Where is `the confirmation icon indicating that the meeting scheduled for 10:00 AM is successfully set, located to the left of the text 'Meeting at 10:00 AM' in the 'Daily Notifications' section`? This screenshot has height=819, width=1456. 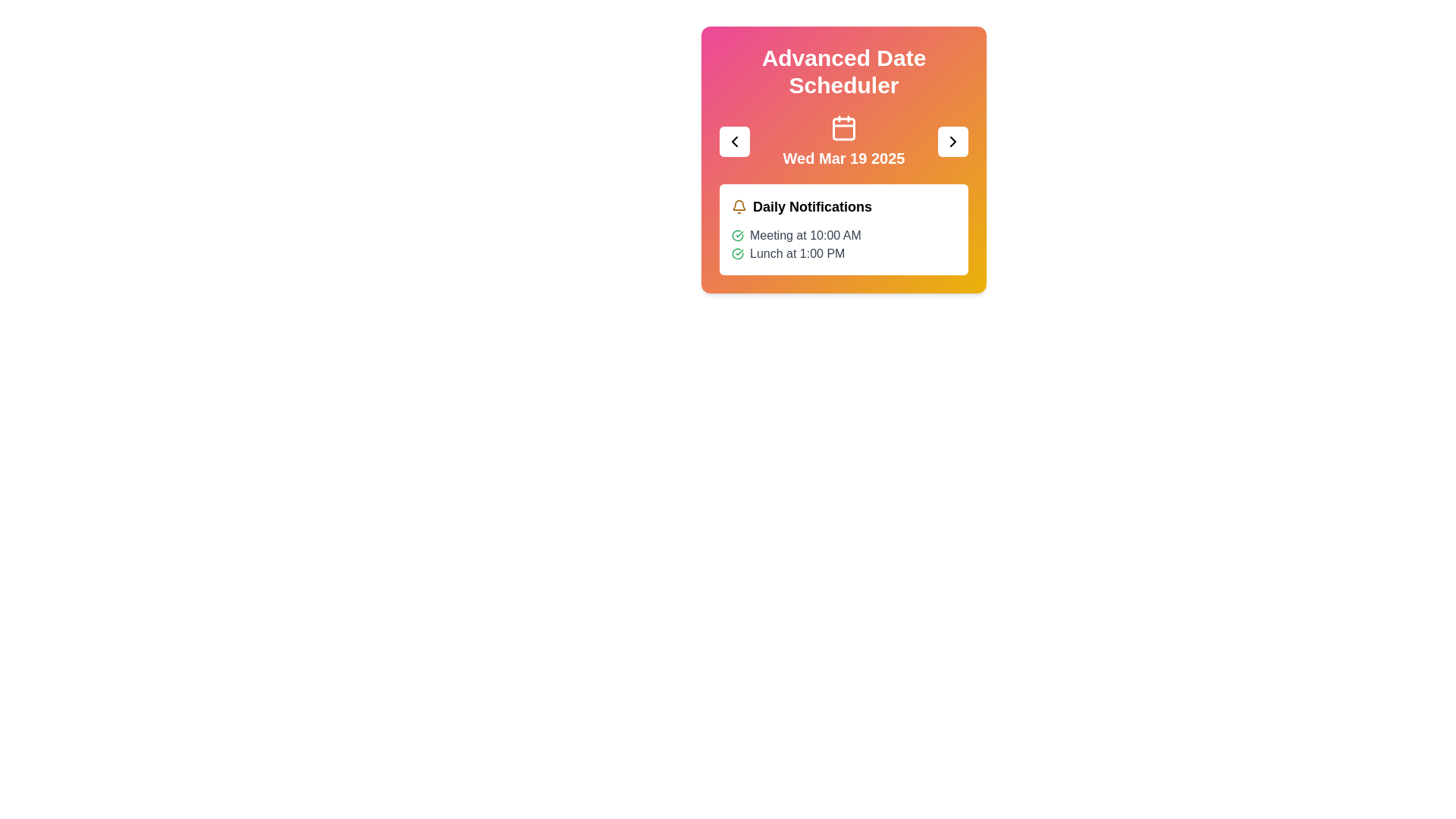 the confirmation icon indicating that the meeting scheduled for 10:00 AM is successfully set, located to the left of the text 'Meeting at 10:00 AM' in the 'Daily Notifications' section is located at coordinates (738, 236).